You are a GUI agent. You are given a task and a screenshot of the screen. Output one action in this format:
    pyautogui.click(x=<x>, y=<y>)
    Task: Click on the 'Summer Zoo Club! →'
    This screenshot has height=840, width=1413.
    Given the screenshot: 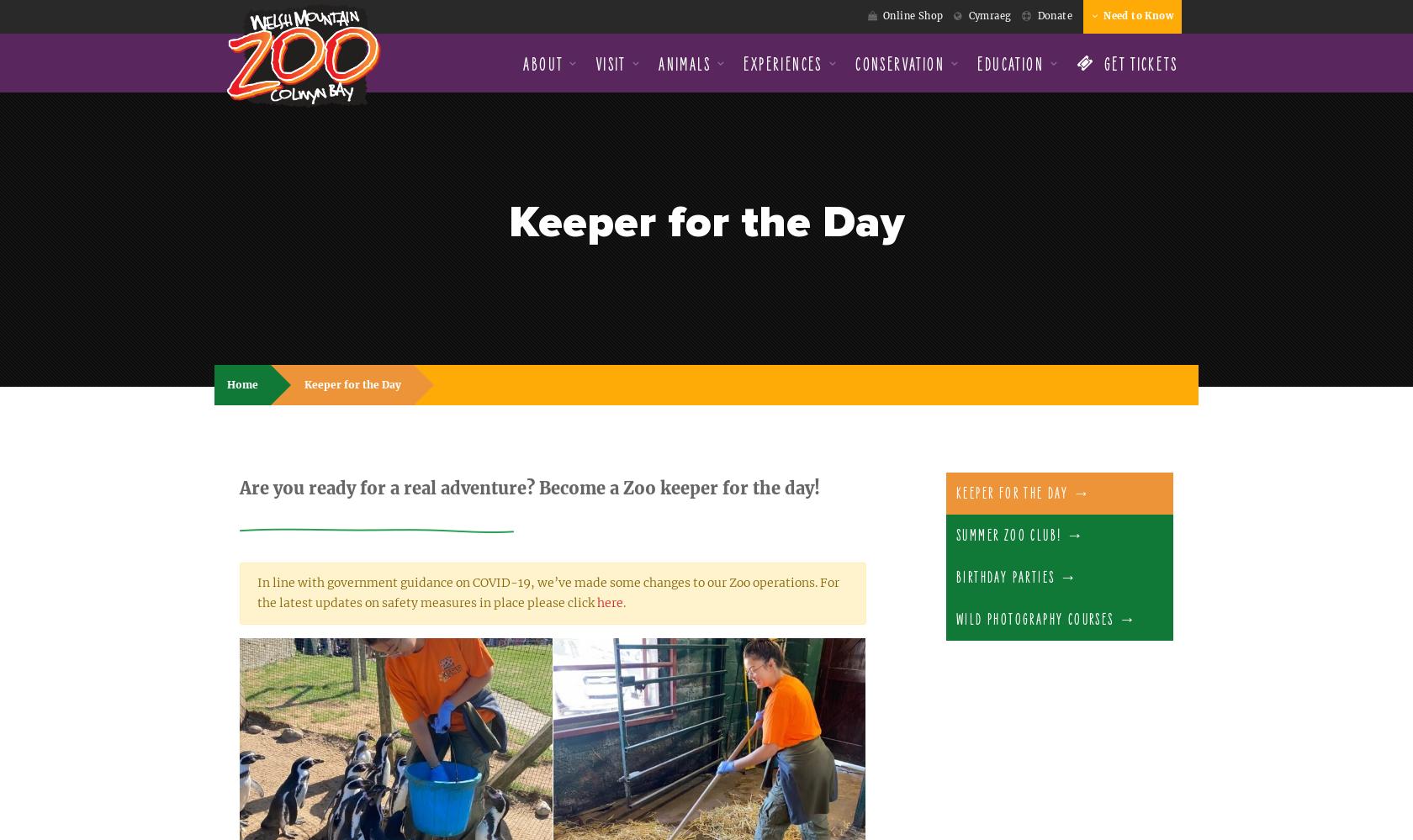 What is the action you would take?
    pyautogui.click(x=1020, y=534)
    